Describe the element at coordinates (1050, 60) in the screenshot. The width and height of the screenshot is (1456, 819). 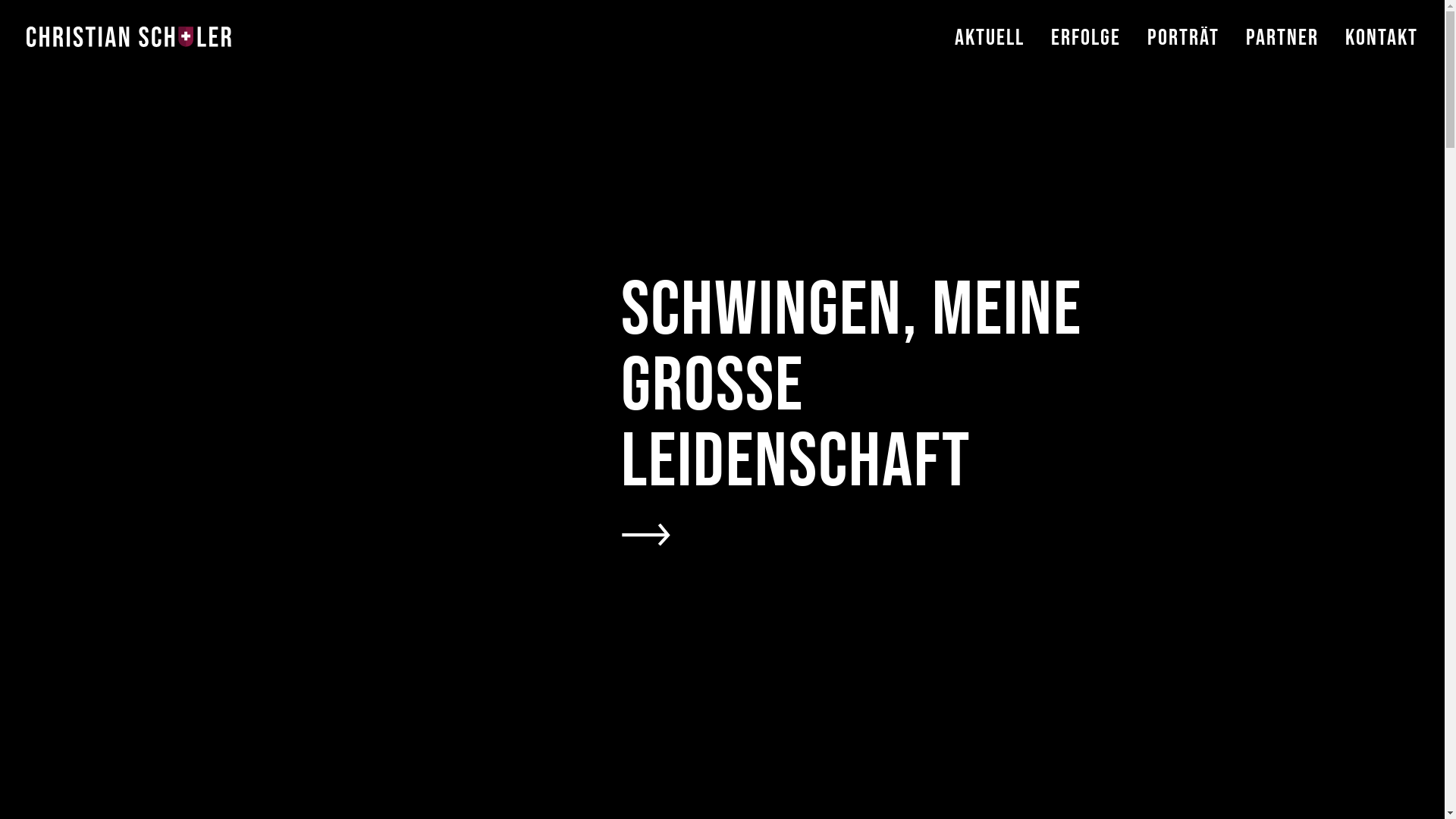
I see `'Erfolge'` at that location.